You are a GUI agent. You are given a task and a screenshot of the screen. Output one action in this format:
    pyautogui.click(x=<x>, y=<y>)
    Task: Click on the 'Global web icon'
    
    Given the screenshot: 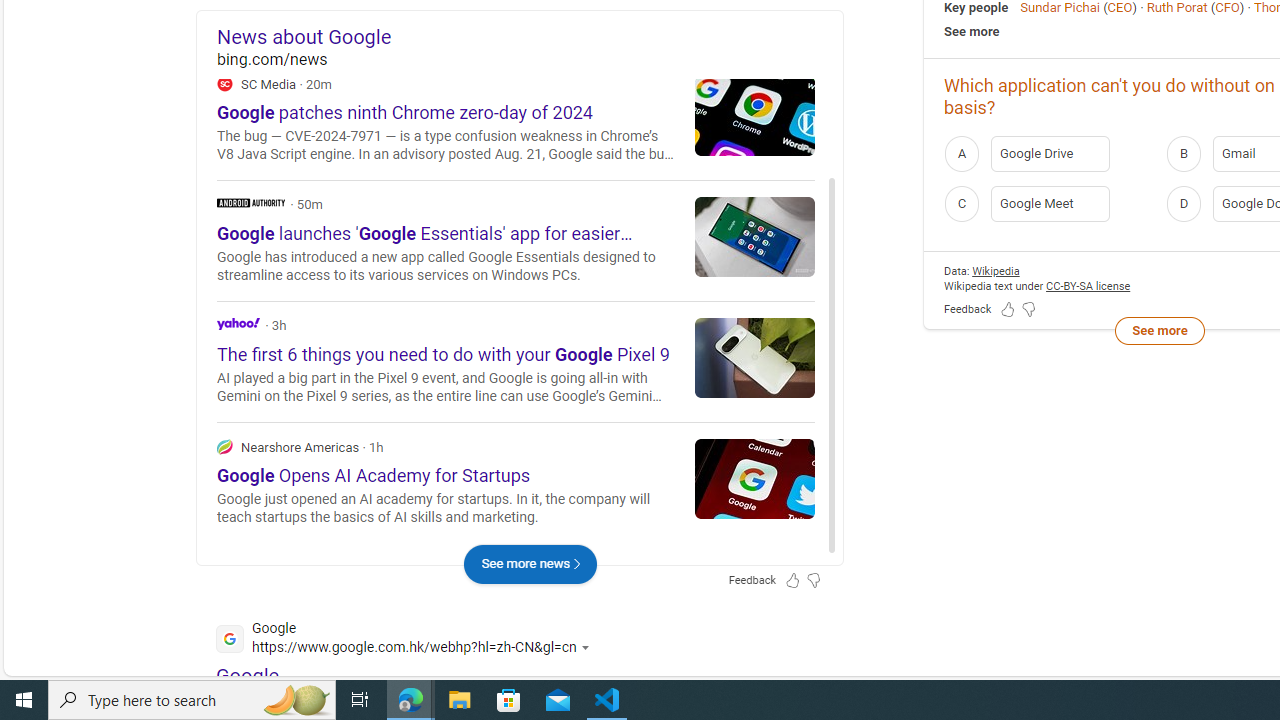 What is the action you would take?
    pyautogui.click(x=229, y=638)
    